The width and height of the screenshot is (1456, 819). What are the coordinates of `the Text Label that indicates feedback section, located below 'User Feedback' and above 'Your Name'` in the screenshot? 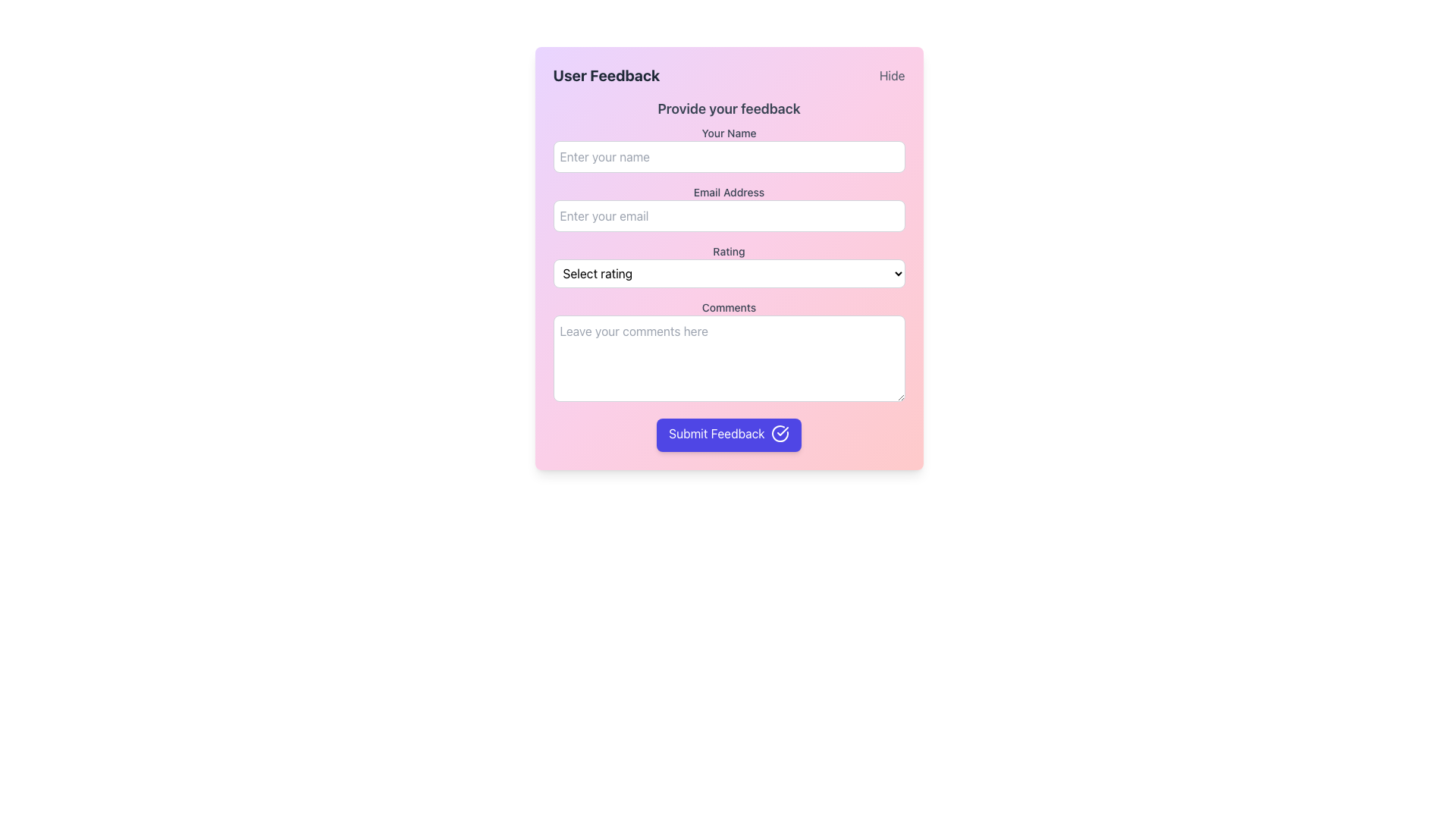 It's located at (729, 108).